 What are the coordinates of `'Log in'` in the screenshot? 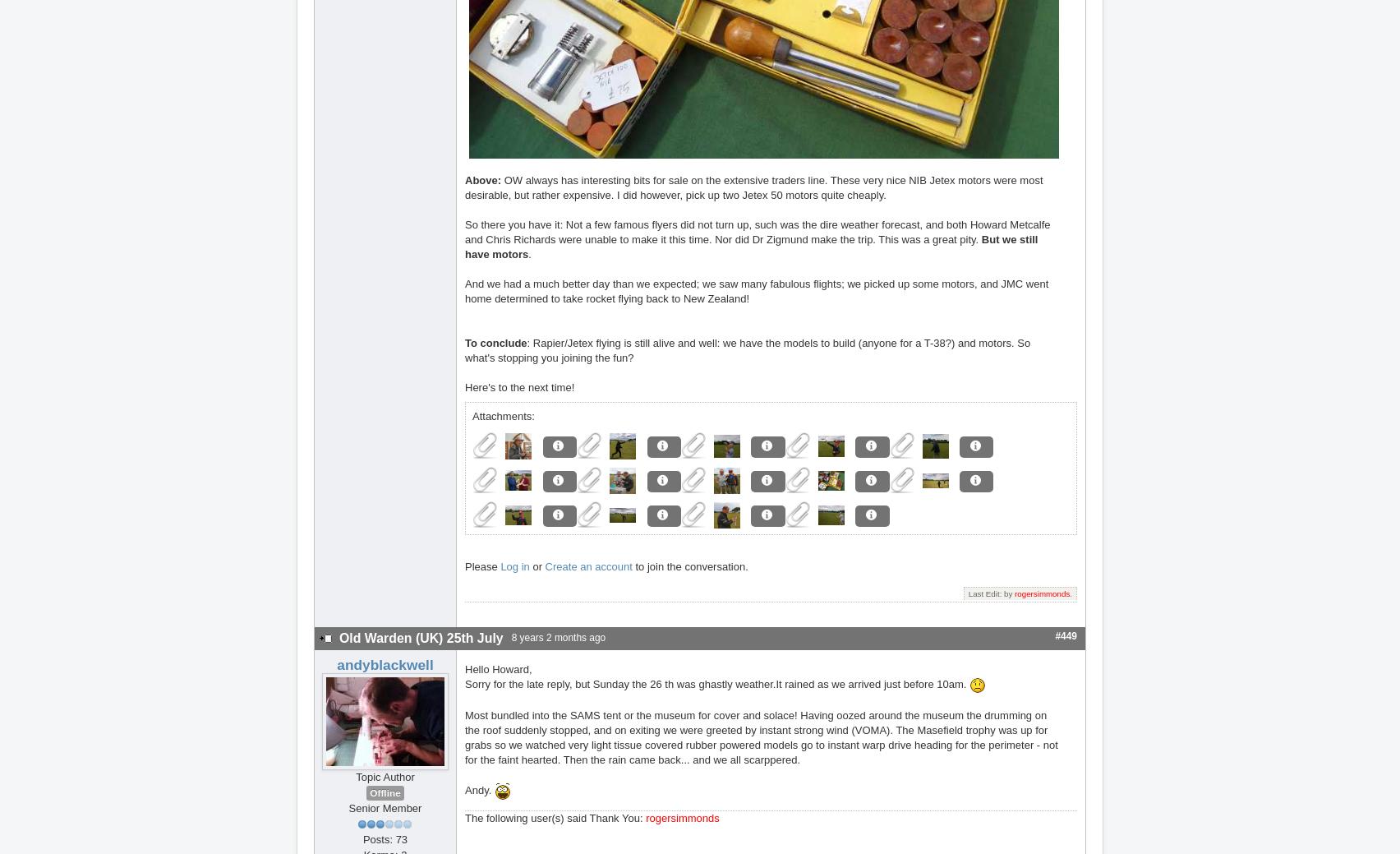 It's located at (500, 566).